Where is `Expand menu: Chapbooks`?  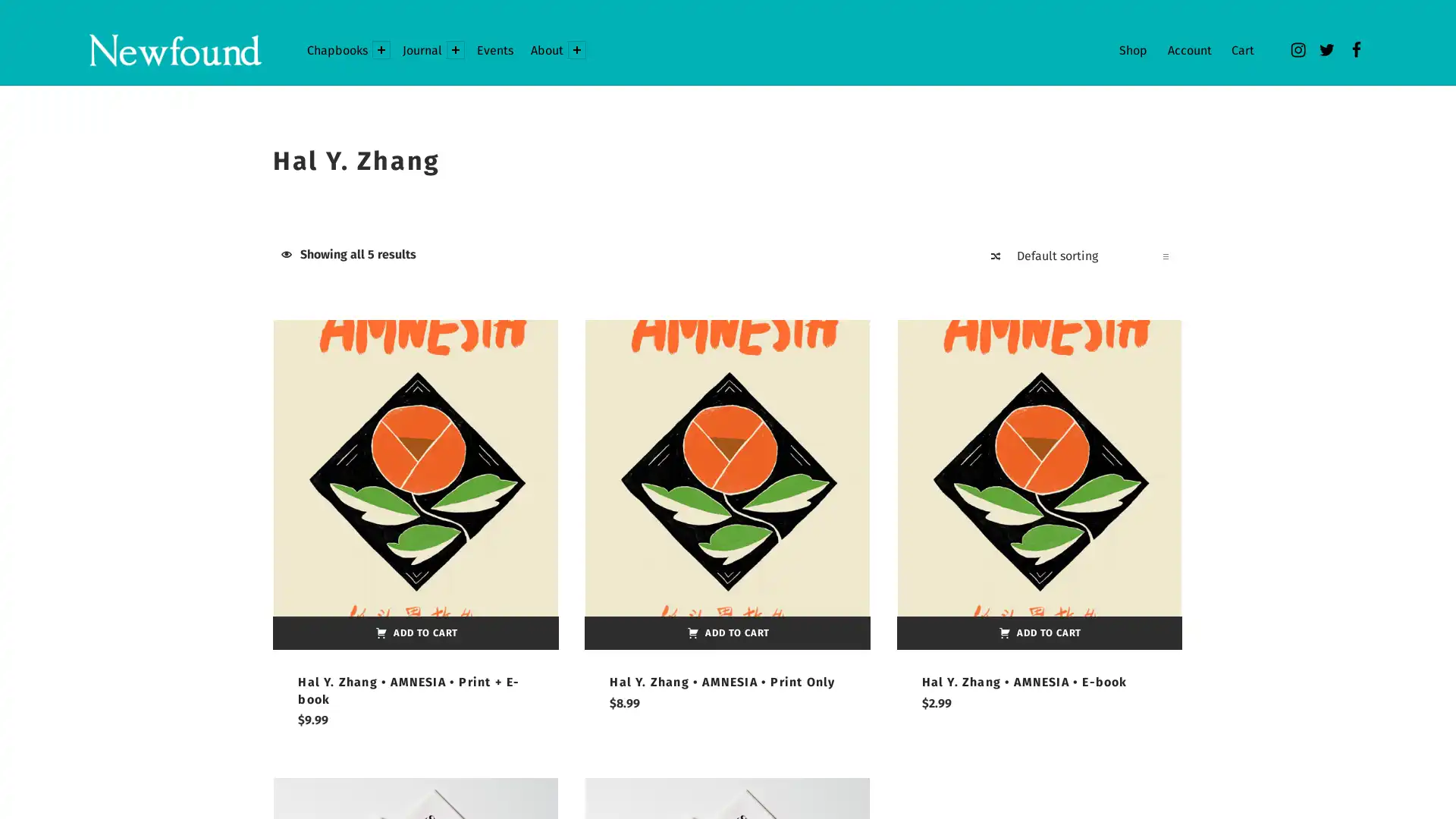
Expand menu: Chapbooks is located at coordinates (381, 49).